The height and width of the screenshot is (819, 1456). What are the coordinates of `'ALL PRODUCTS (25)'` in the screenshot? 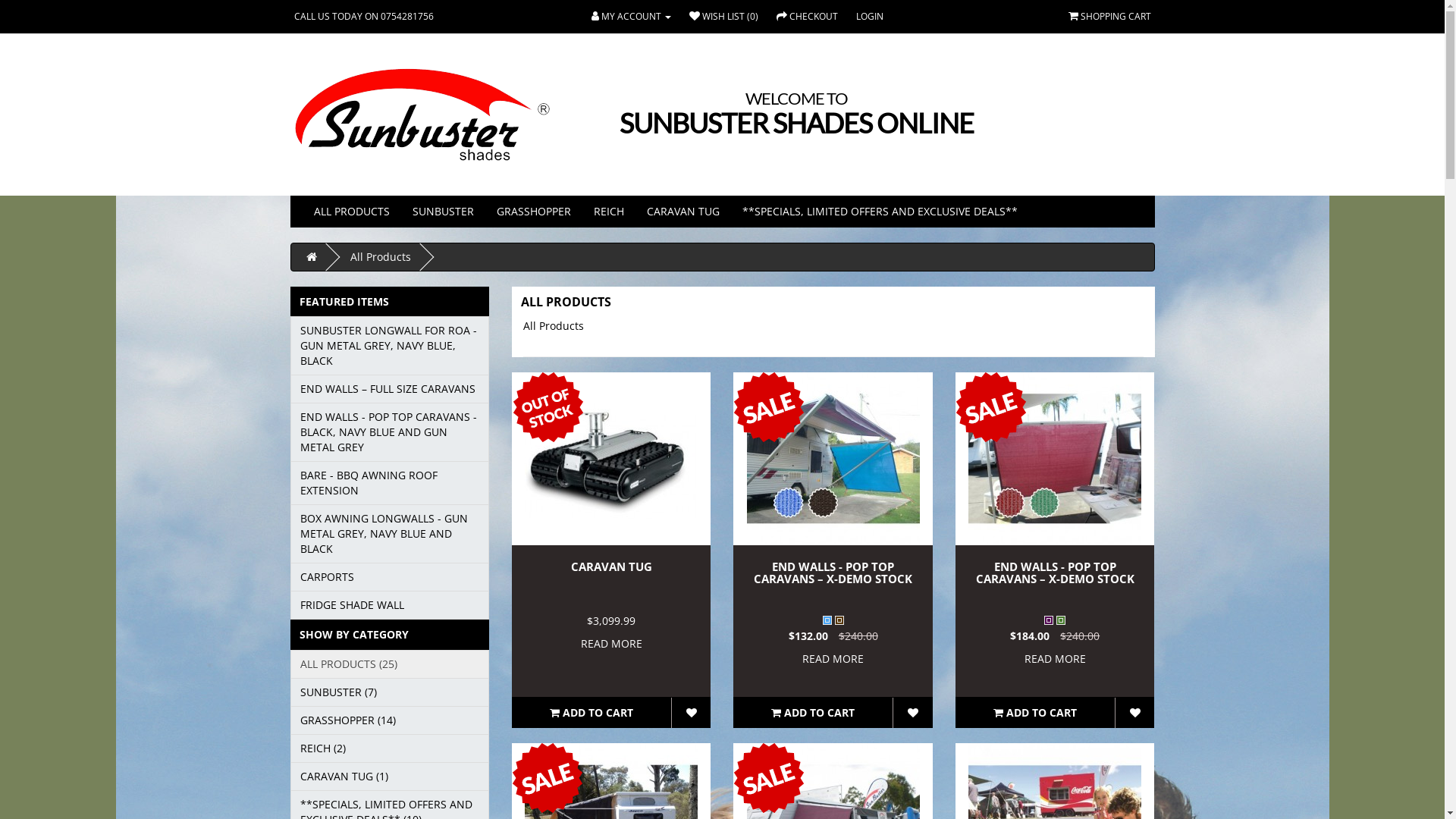 It's located at (389, 663).